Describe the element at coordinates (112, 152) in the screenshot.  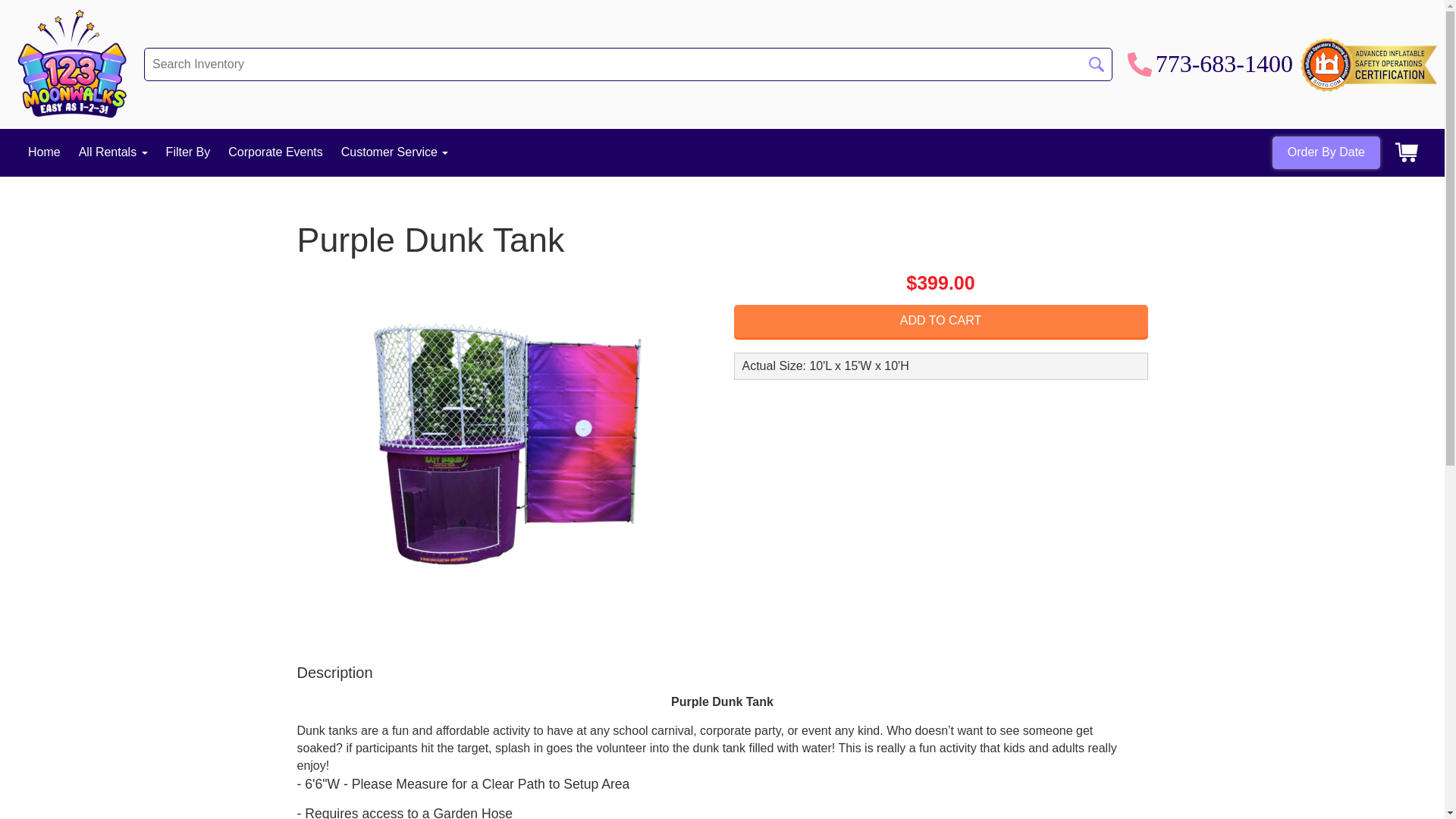
I see `'All Rentals'` at that location.